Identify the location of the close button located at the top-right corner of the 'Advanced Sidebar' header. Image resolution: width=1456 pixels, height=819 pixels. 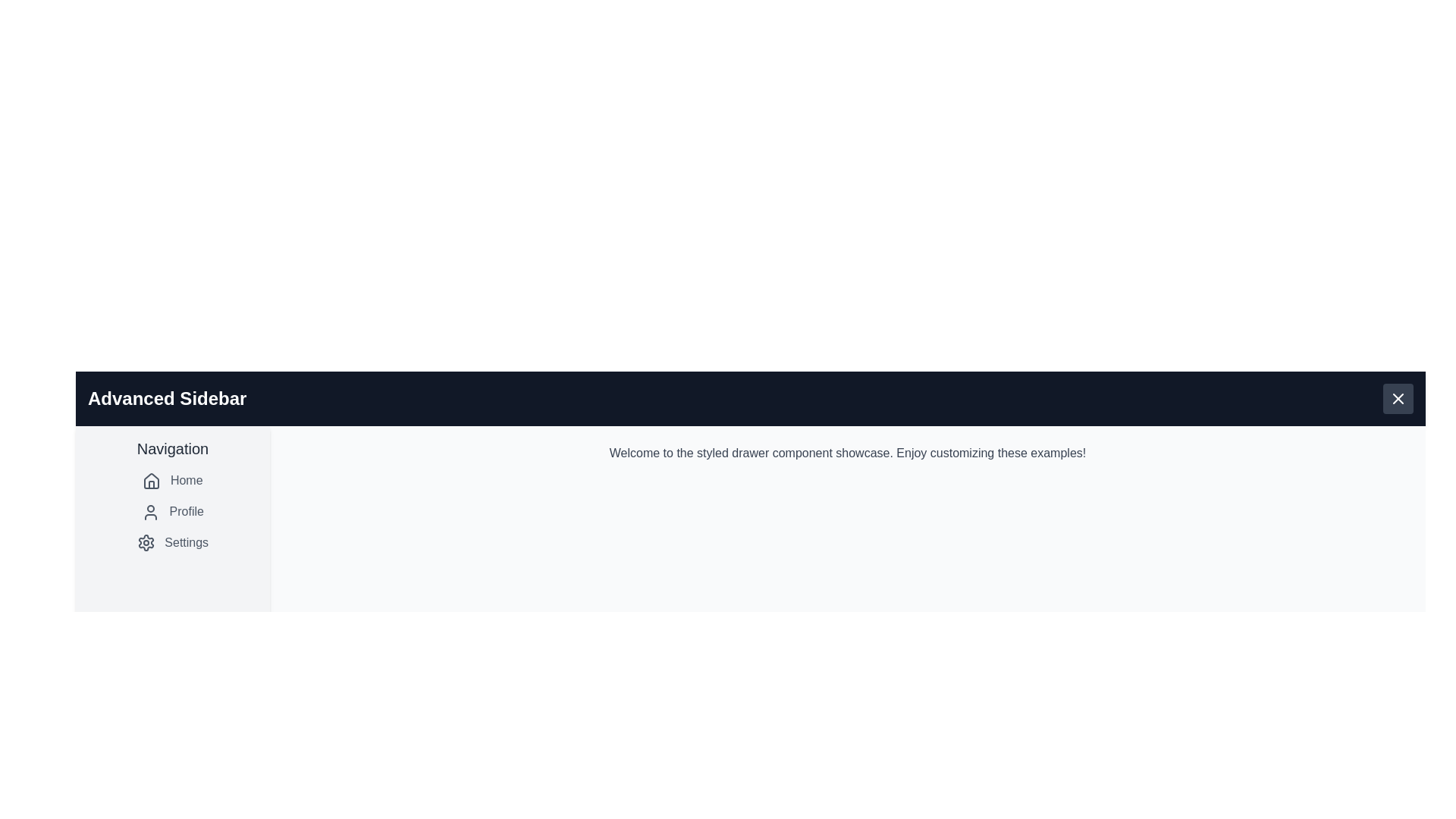
(1397, 397).